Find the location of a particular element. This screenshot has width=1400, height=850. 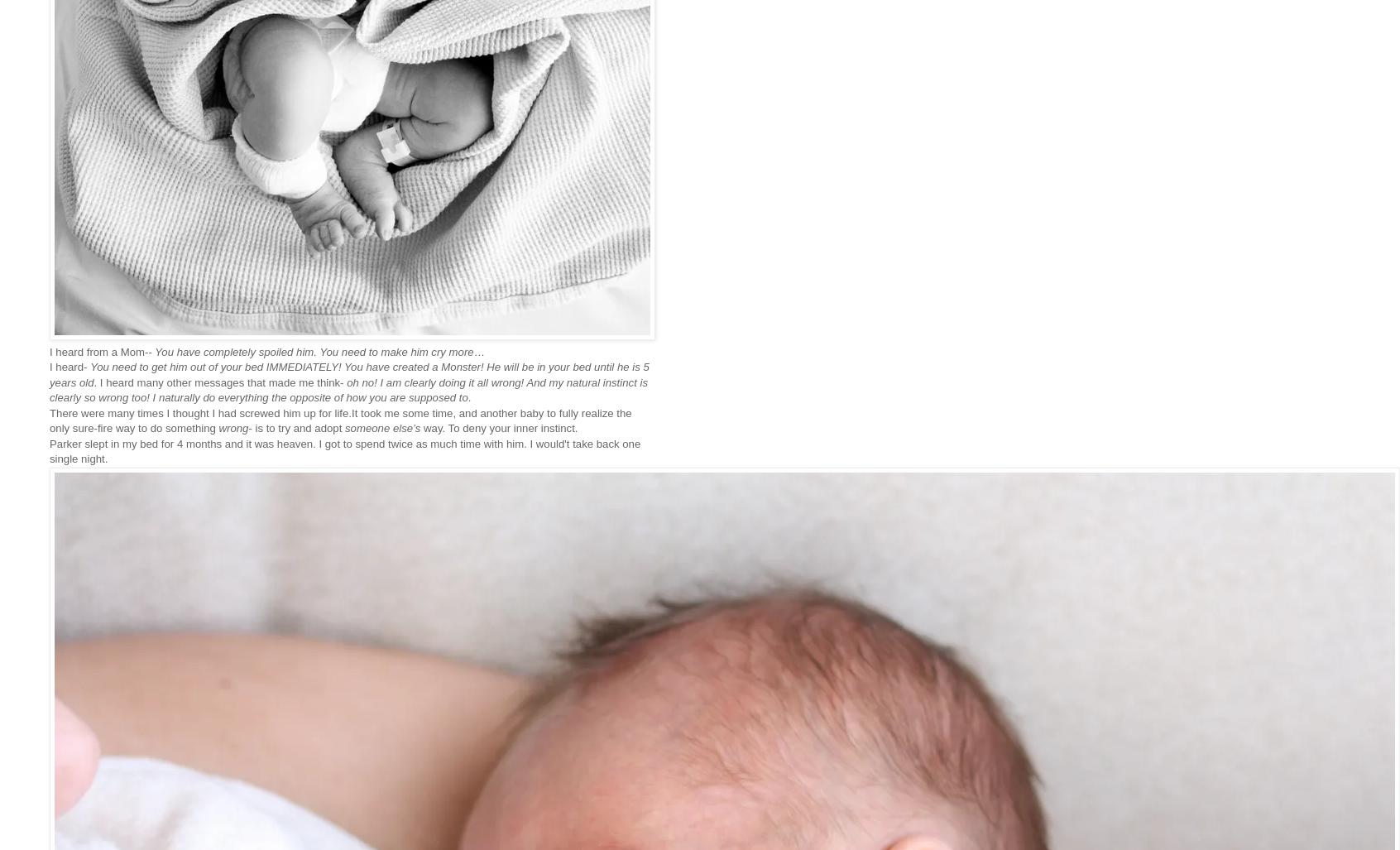

'oh no! I am clearly doing it all wrong! And my natural instinct is clearly so wrong too! I naturally do everything the opposite of how you are supposed to' is located at coordinates (348, 389).